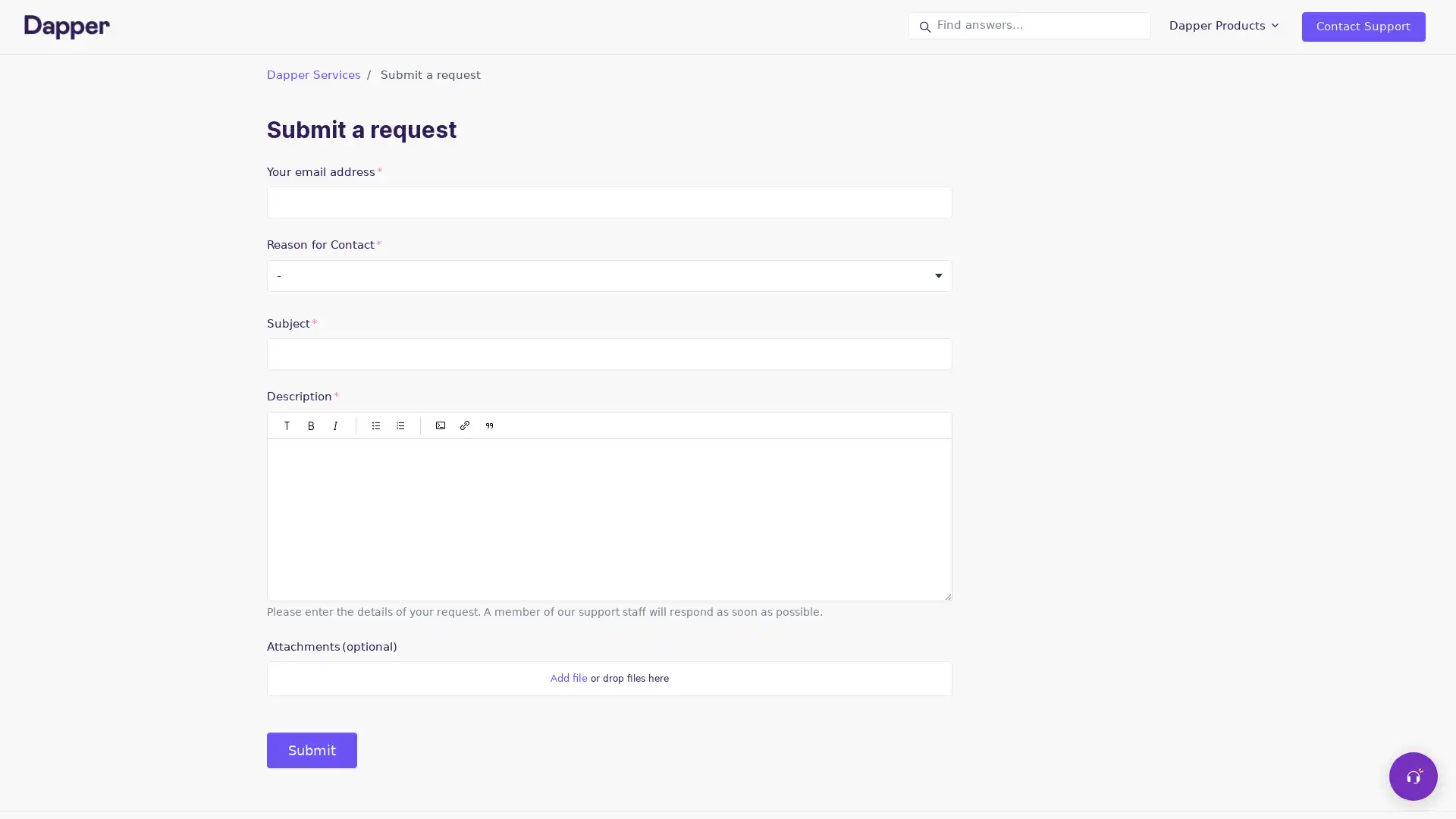 Image resolution: width=1456 pixels, height=819 pixels. What do you see at coordinates (439, 425) in the screenshot?
I see `Code block` at bounding box center [439, 425].